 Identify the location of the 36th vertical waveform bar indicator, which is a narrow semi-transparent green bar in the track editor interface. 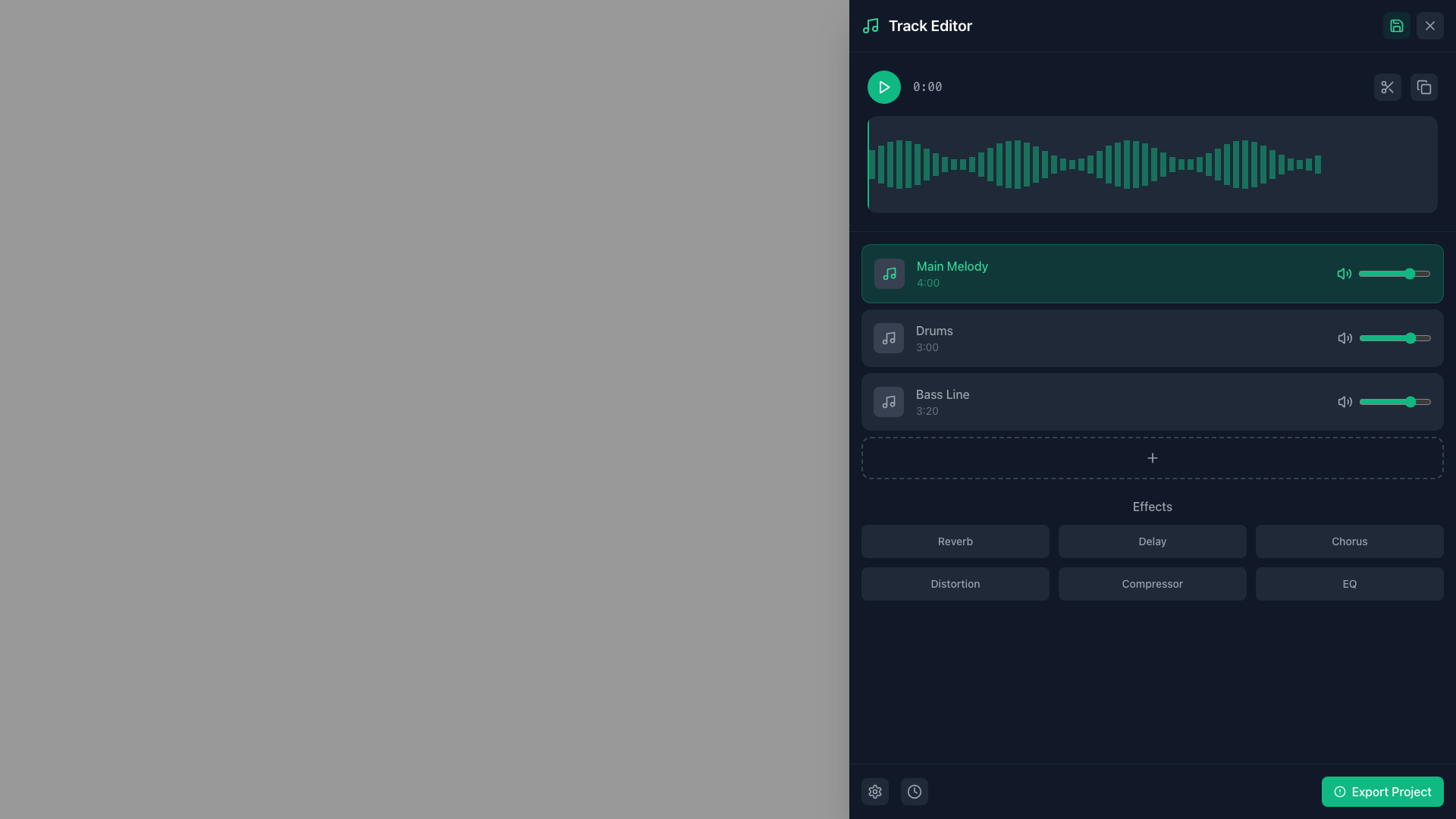
(1226, 164).